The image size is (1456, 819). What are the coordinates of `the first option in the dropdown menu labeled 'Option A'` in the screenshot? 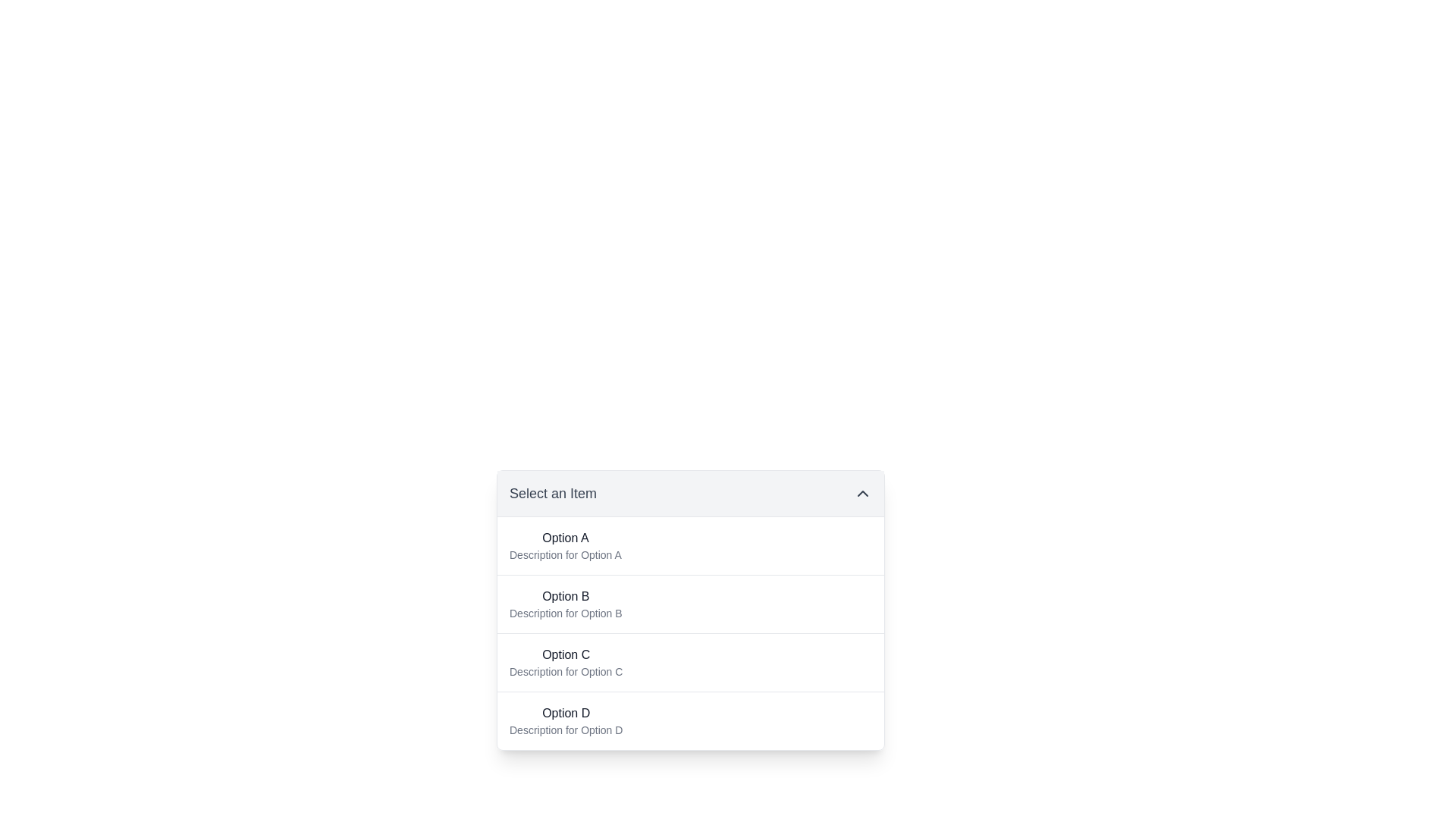 It's located at (564, 546).